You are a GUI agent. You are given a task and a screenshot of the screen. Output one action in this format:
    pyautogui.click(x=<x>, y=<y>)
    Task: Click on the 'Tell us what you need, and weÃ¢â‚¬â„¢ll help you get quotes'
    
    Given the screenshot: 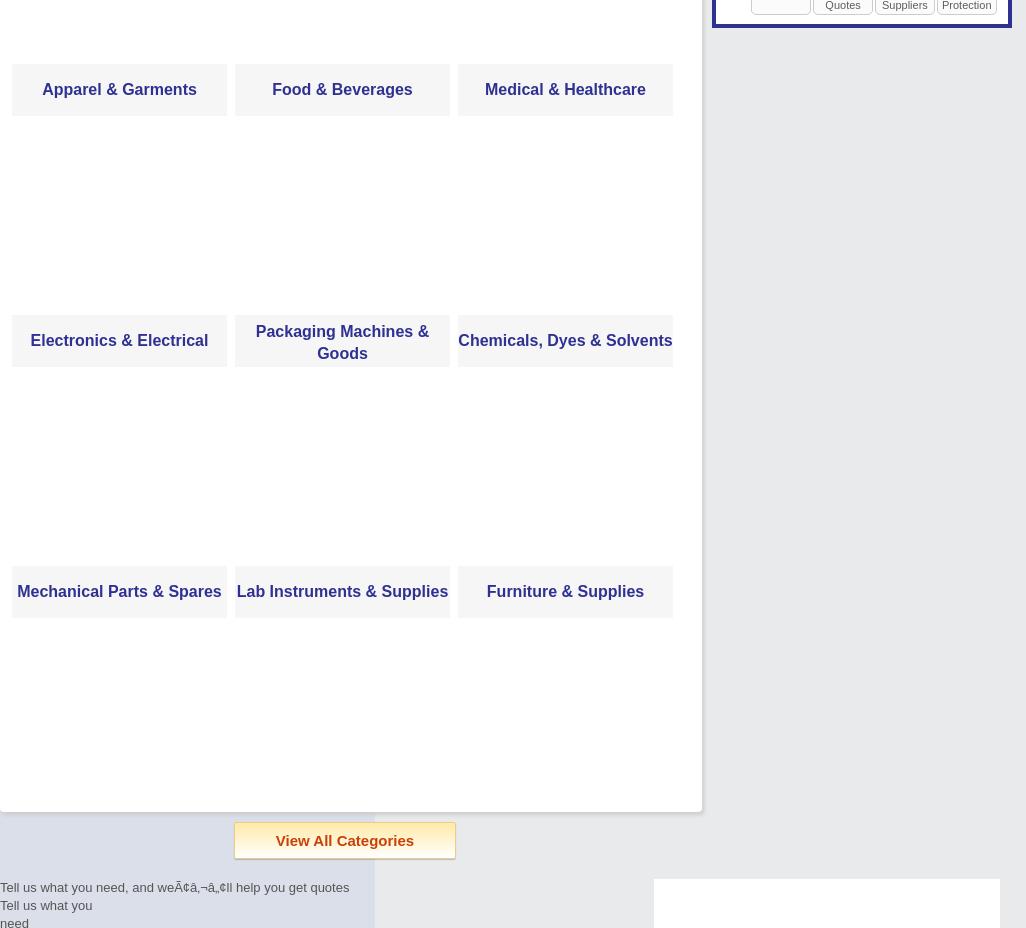 What is the action you would take?
    pyautogui.click(x=173, y=887)
    